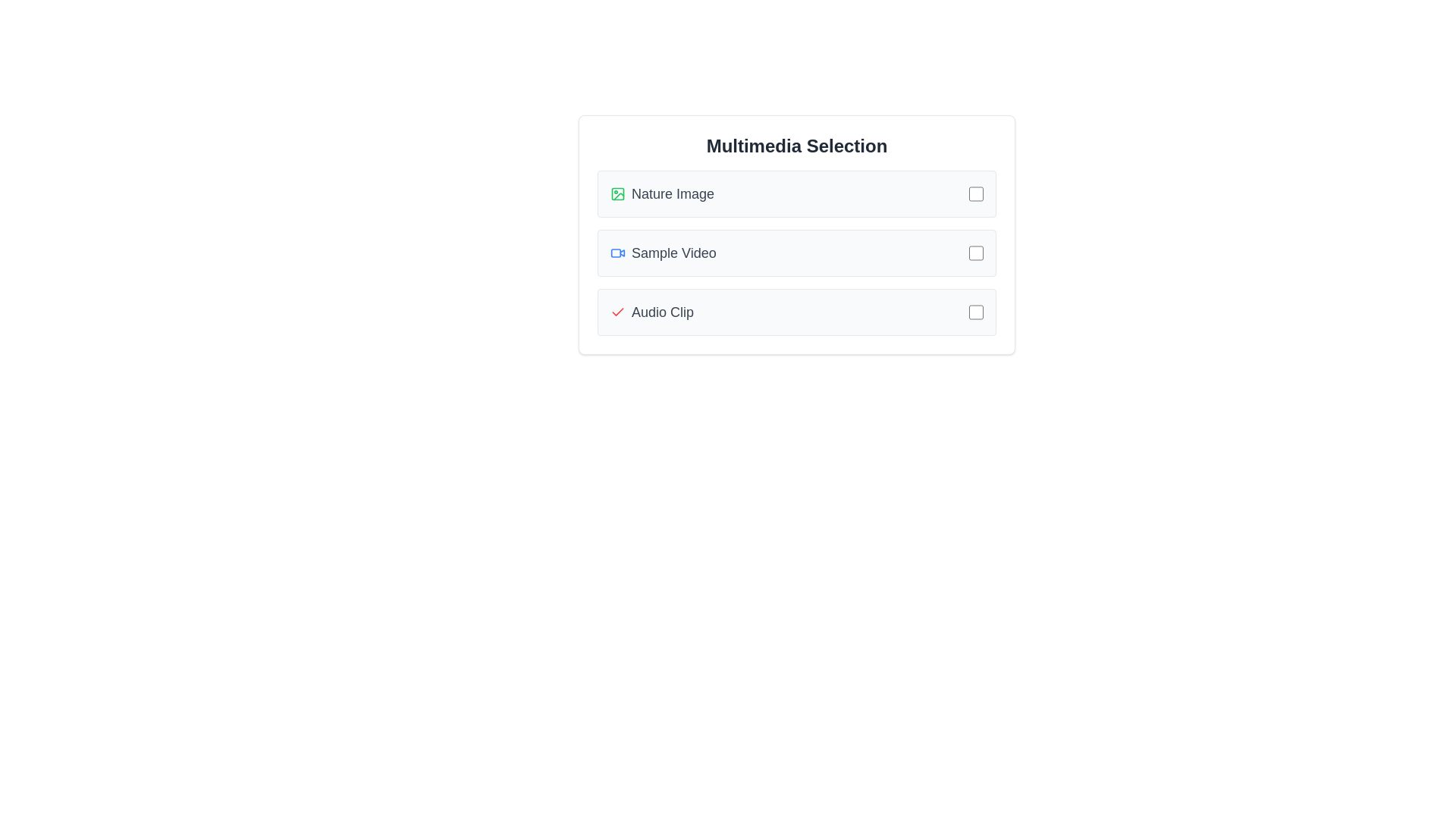 The image size is (1456, 819). I want to click on the checkbox associated with the 'Audio Clip' multimedia item, so click(976, 312).